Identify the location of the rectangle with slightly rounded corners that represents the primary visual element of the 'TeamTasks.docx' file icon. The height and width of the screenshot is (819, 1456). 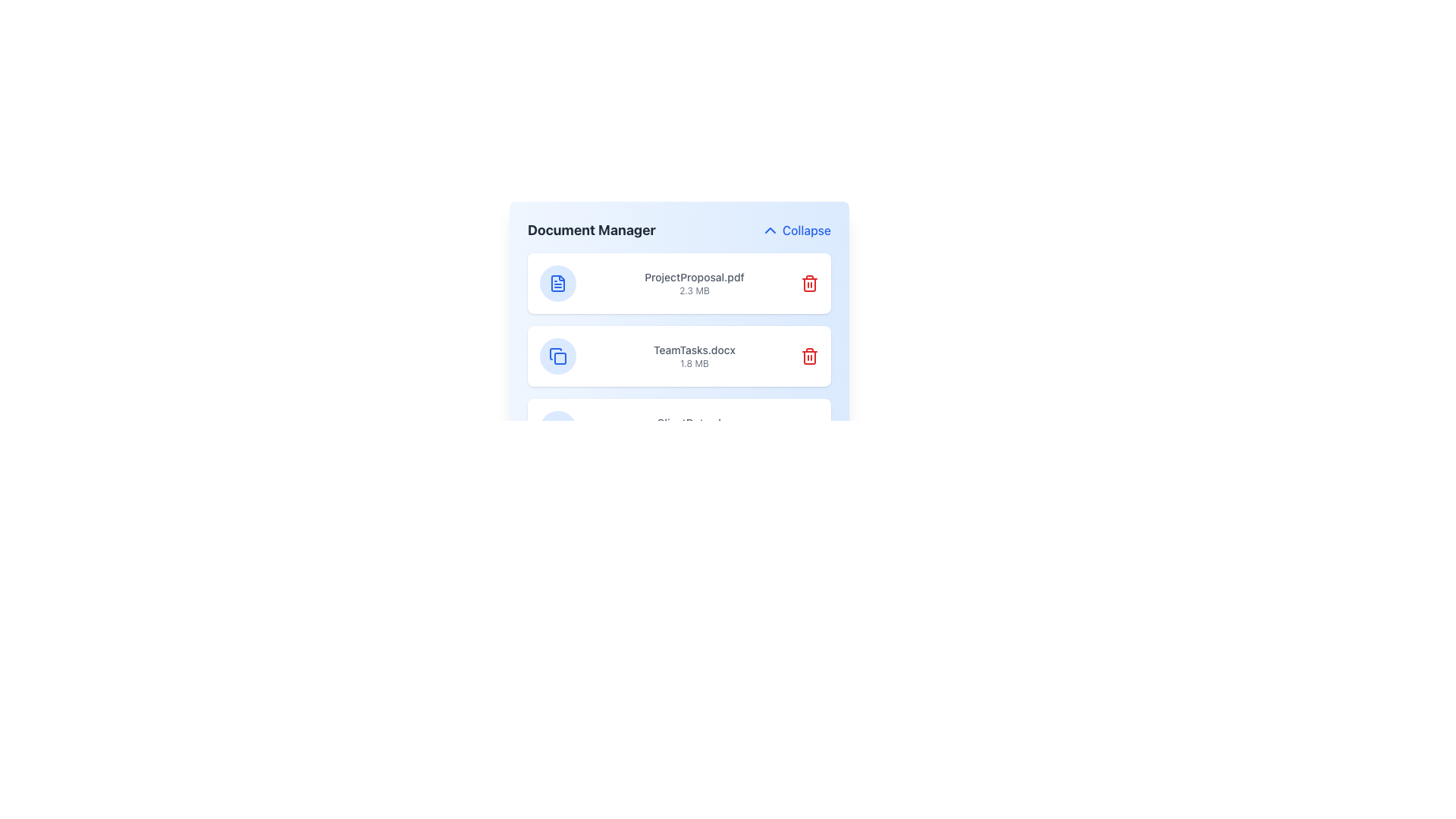
(560, 359).